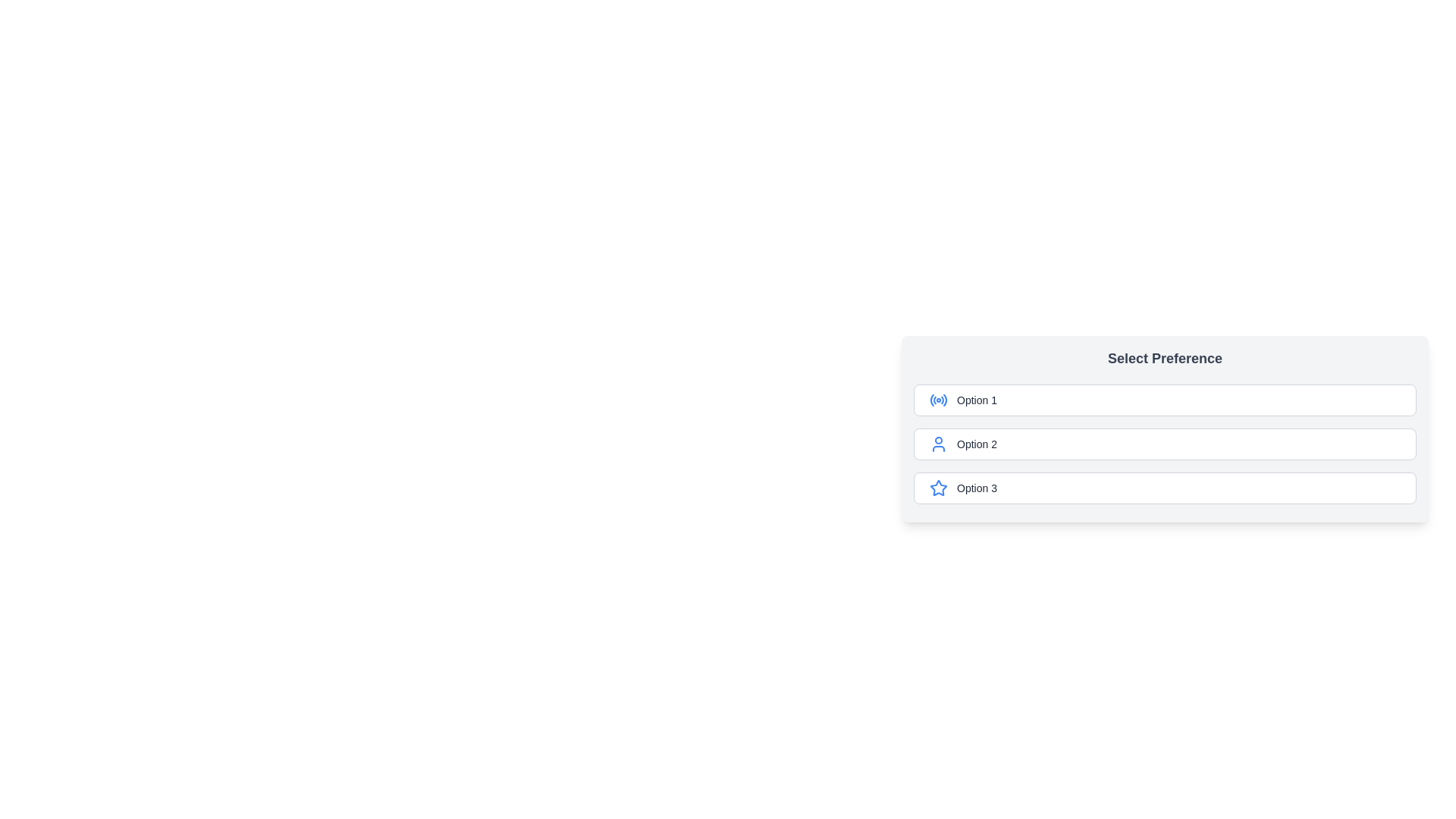 This screenshot has width=1456, height=819. I want to click on the text label for 'Option 2' in the 'Select Preference' interface, which identifies the second selectable option, so click(977, 444).